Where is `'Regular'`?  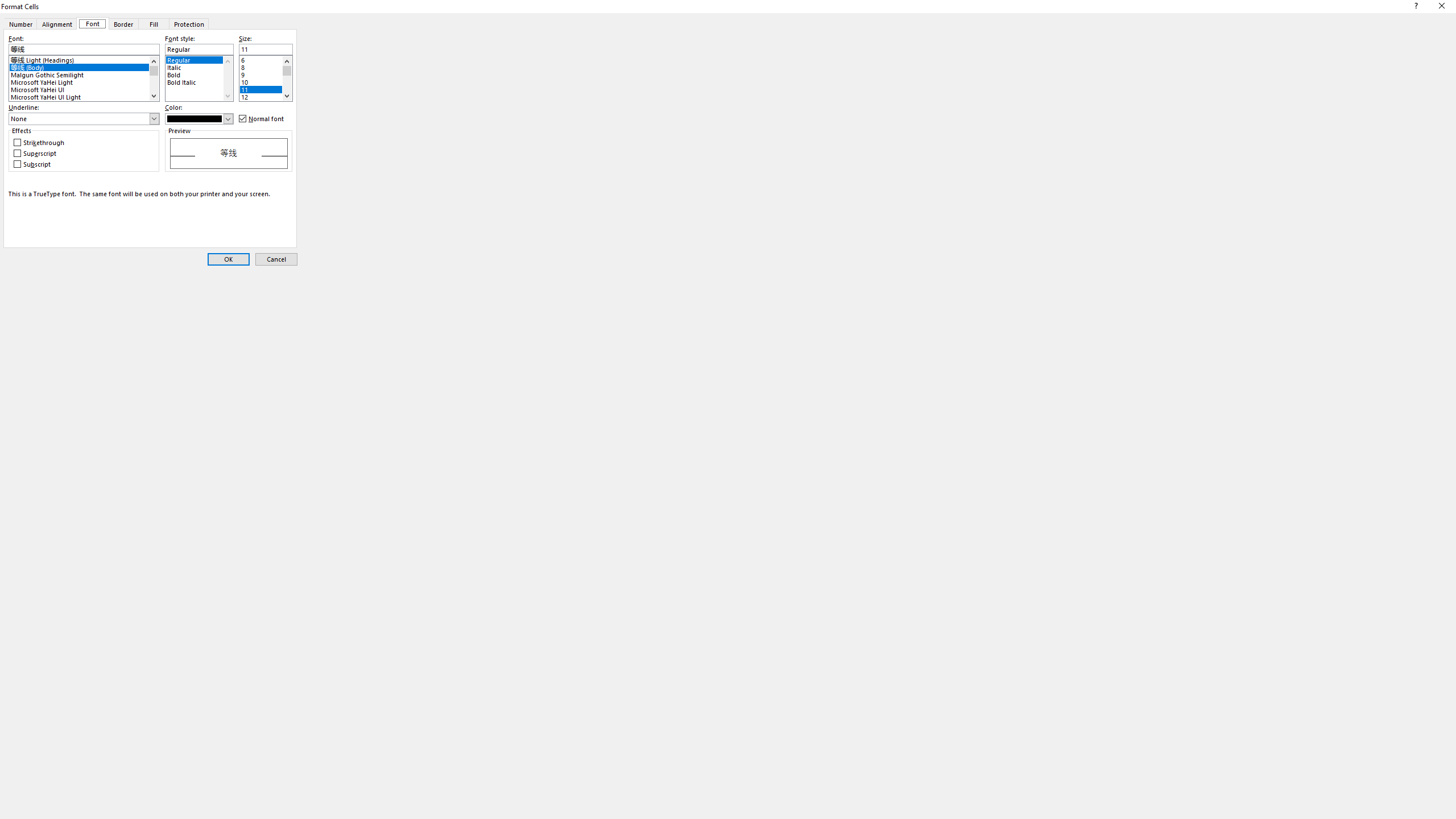 'Regular' is located at coordinates (199, 58).